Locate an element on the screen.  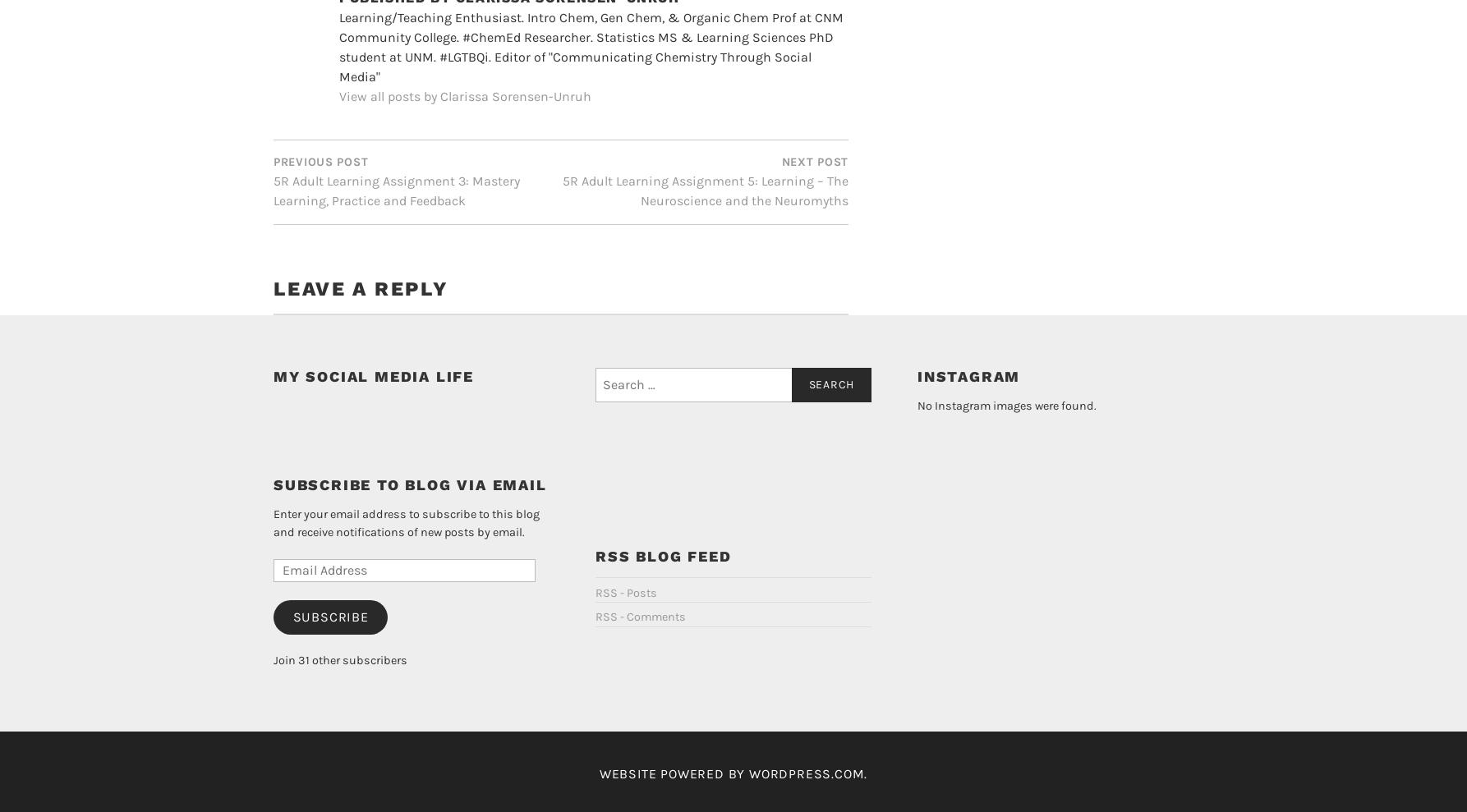
'Leave a Reply' is located at coordinates (360, 261).